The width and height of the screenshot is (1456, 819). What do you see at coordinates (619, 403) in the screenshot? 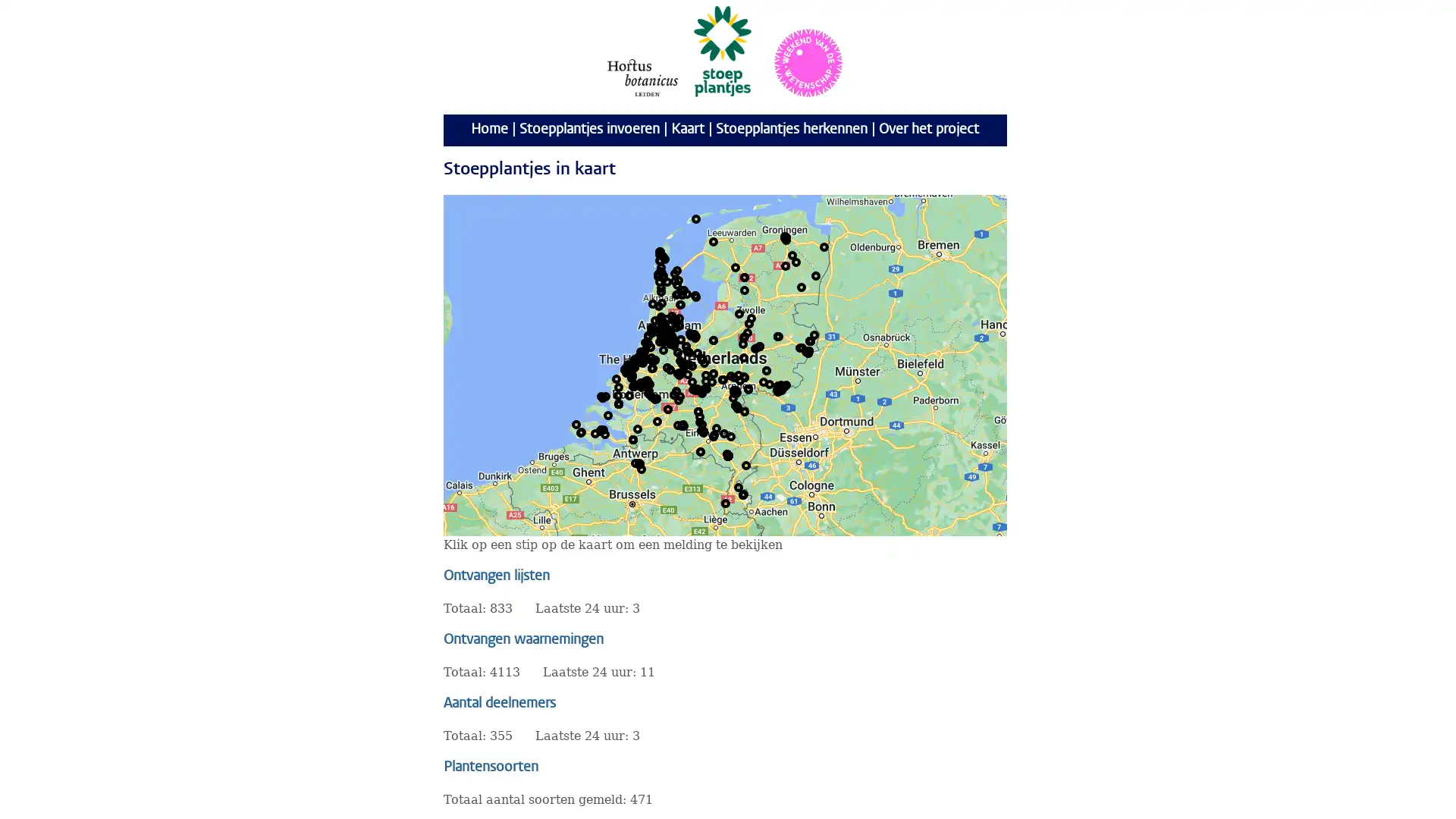
I see `Telling van Jelle de Witte op 03 juni 2022` at bounding box center [619, 403].